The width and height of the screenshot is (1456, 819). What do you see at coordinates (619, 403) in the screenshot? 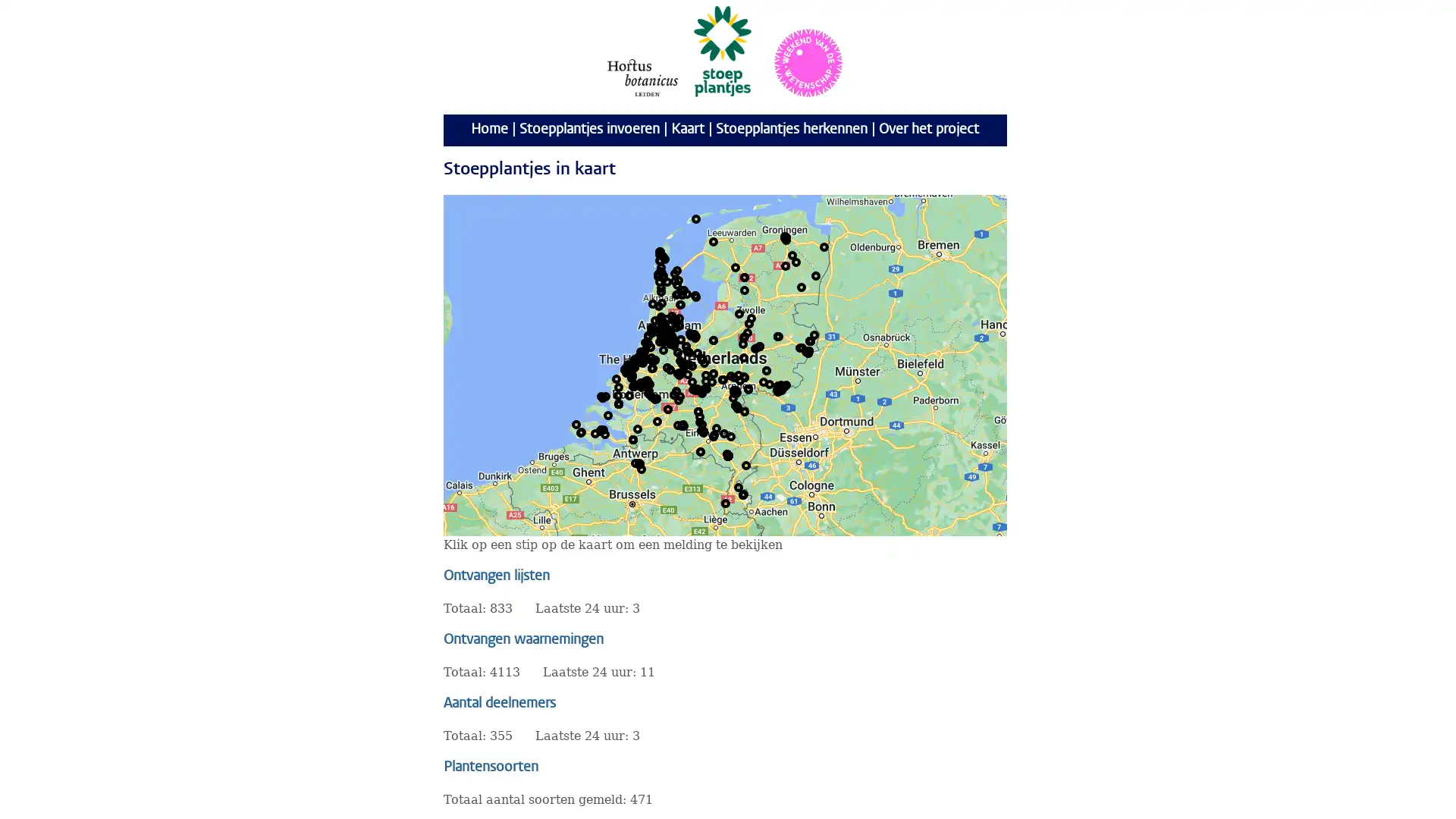
I see `Telling van Jelle de Witte op 03 juni 2022` at bounding box center [619, 403].